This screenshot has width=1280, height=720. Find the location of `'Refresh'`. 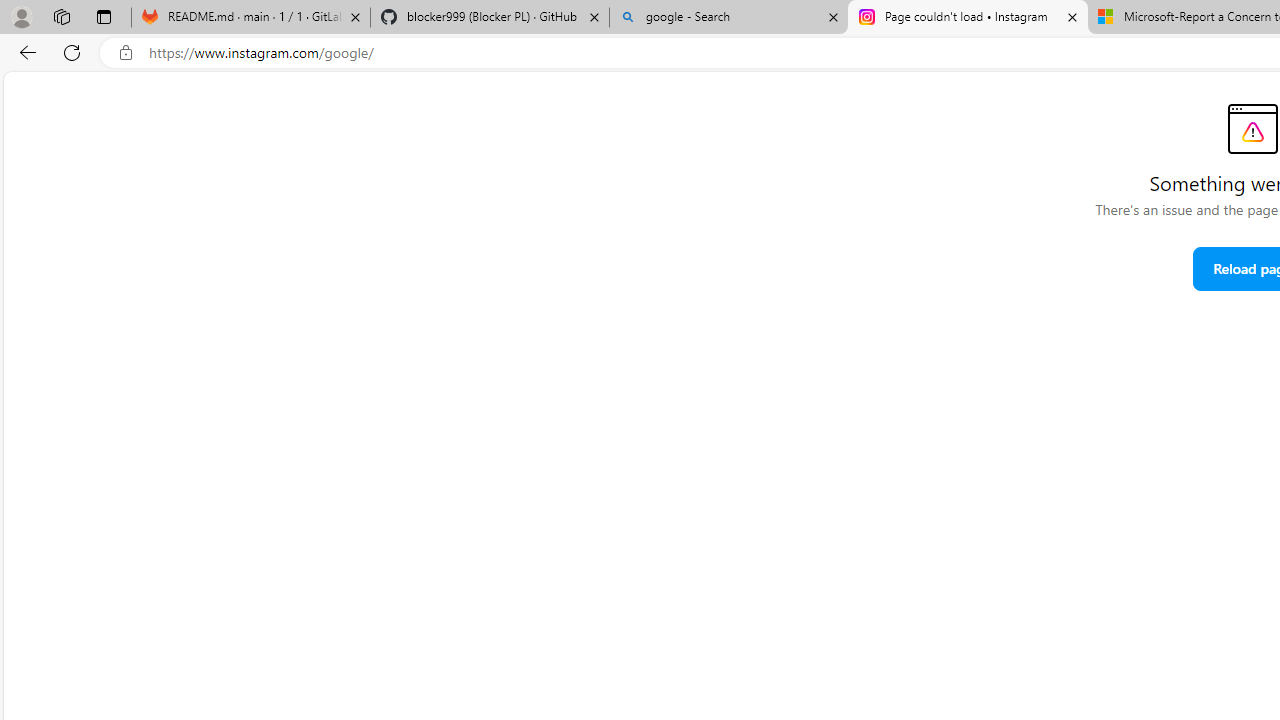

'Refresh' is located at coordinates (72, 51).